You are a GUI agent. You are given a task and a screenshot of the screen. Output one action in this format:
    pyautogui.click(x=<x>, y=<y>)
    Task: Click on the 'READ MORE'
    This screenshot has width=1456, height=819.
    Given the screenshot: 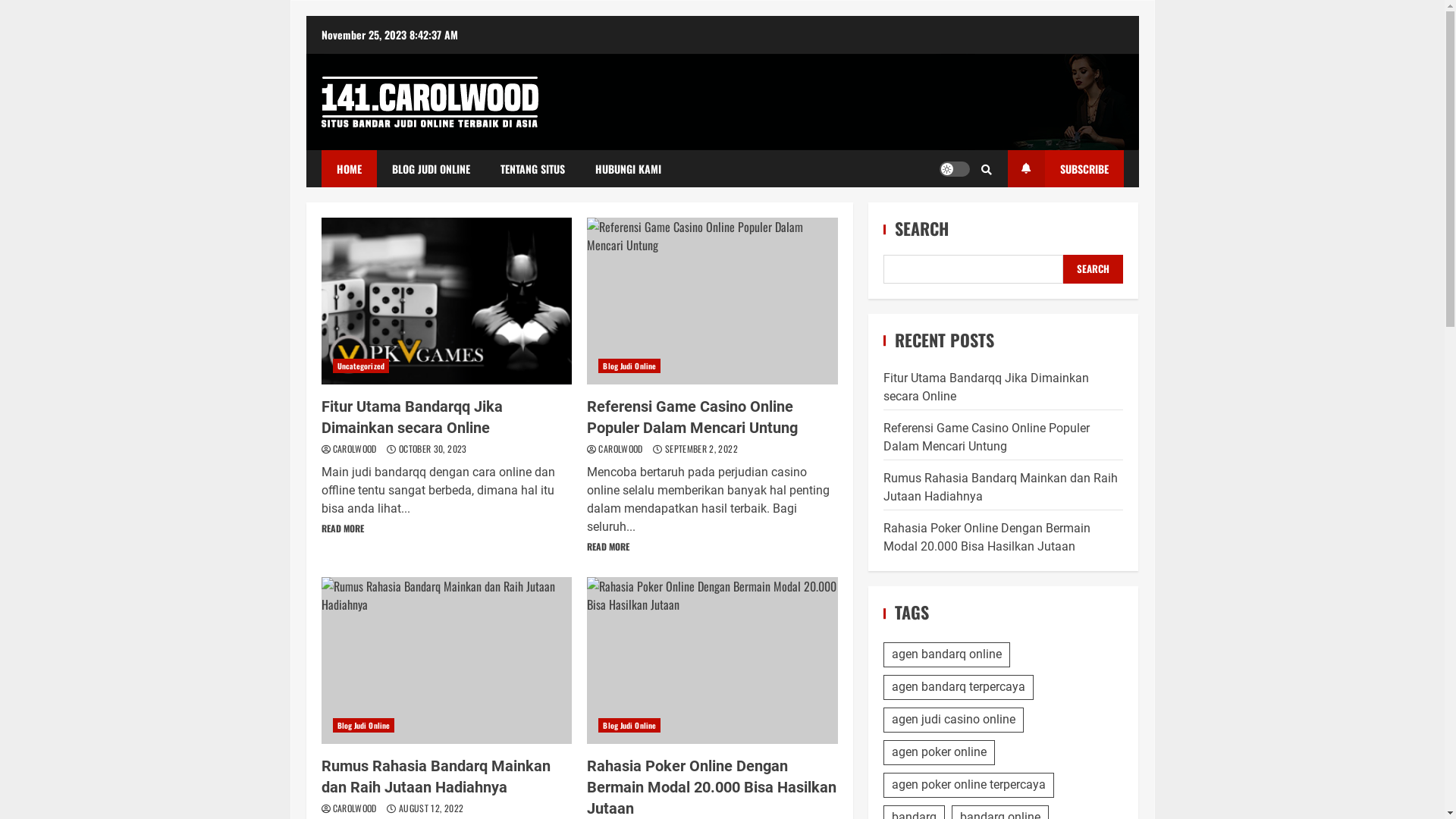 What is the action you would take?
    pyautogui.click(x=607, y=546)
    